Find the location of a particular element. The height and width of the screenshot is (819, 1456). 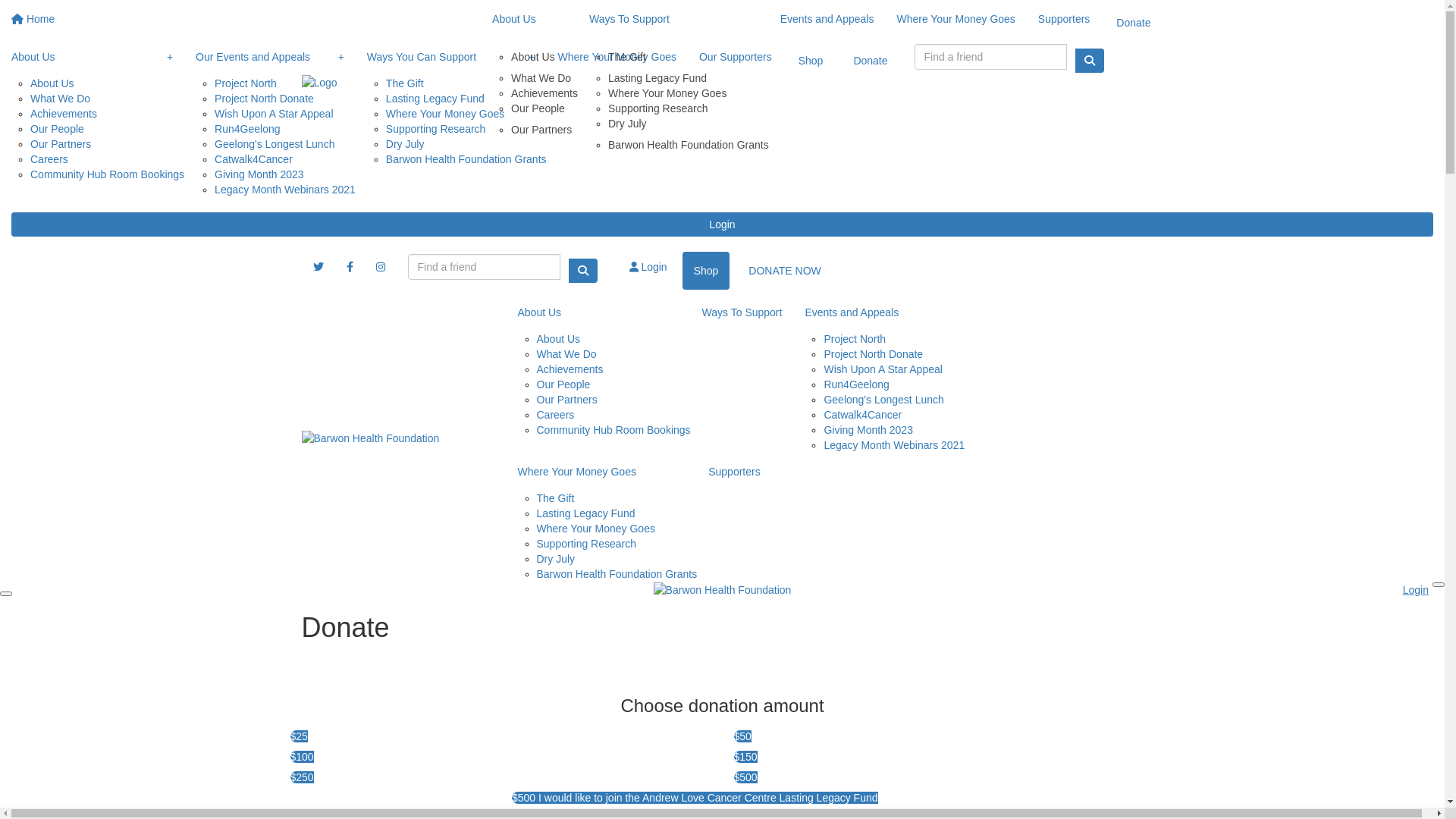

'Giving Month 2023' is located at coordinates (868, 430).